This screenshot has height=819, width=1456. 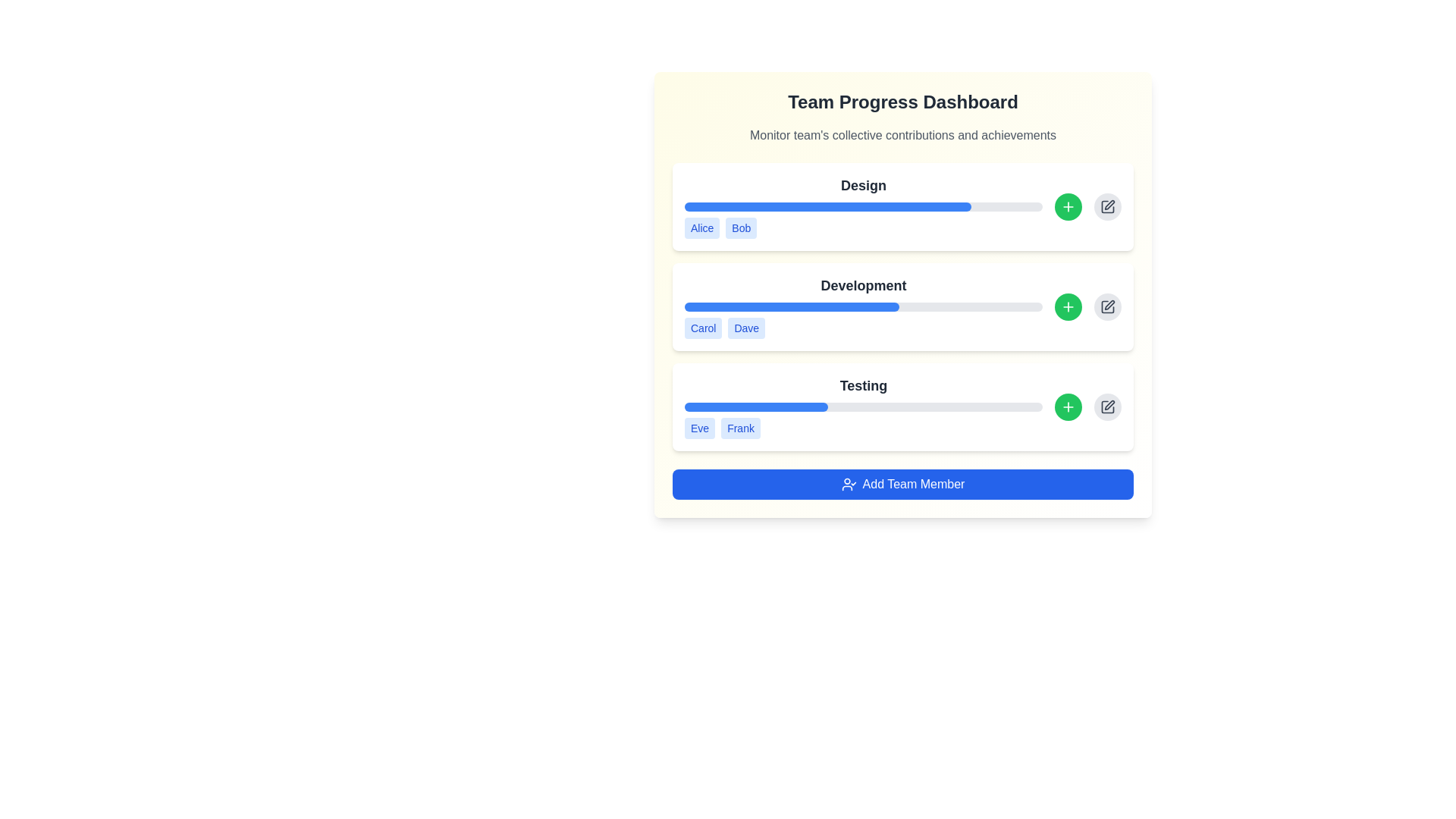 What do you see at coordinates (902, 307) in the screenshot?
I see `the second progress bar labeled 'Development' in the 'Team Progress Dashboard'` at bounding box center [902, 307].